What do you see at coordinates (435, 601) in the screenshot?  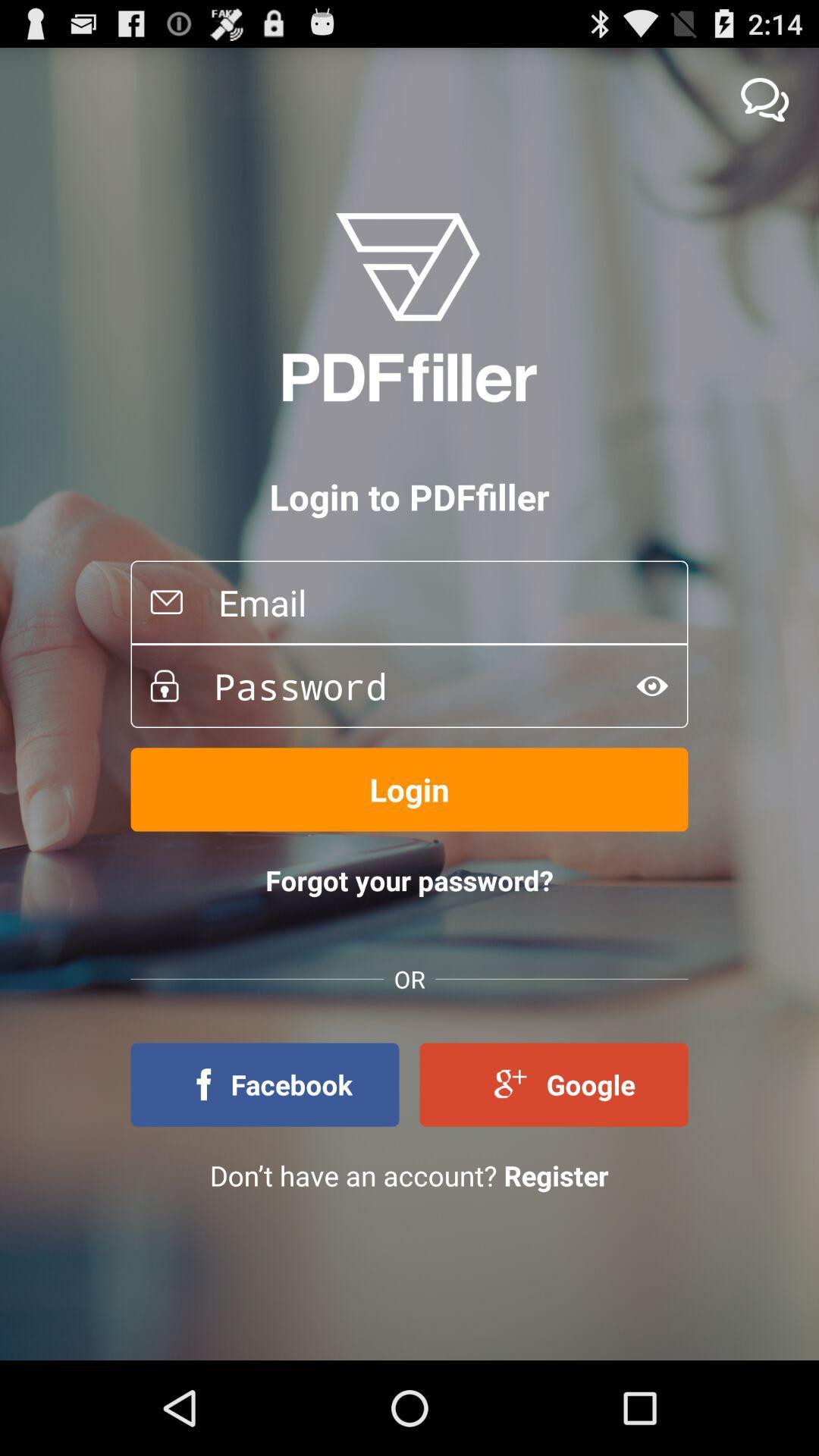 I see `email` at bounding box center [435, 601].